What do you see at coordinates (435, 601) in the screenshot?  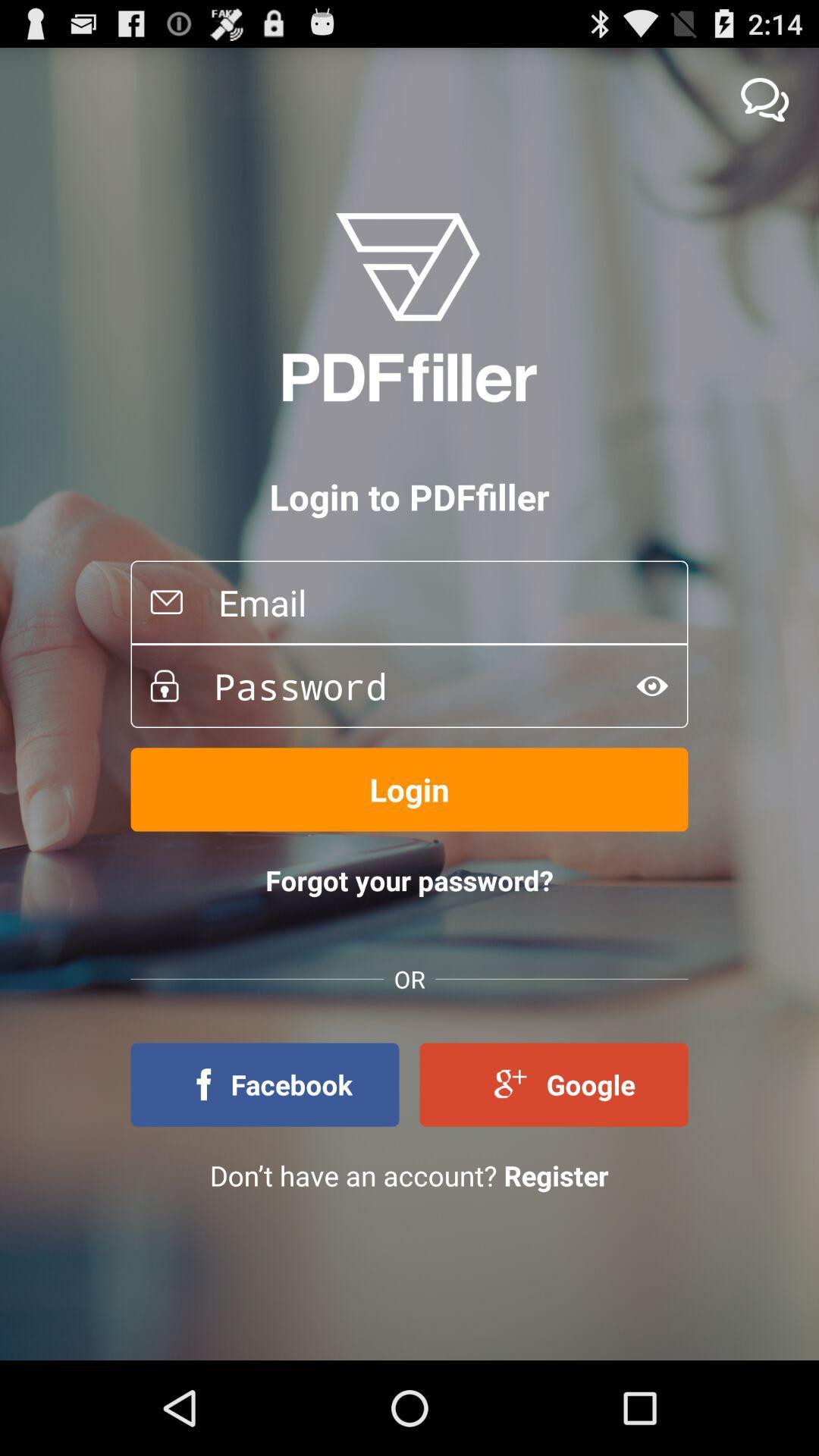 I see `email` at bounding box center [435, 601].